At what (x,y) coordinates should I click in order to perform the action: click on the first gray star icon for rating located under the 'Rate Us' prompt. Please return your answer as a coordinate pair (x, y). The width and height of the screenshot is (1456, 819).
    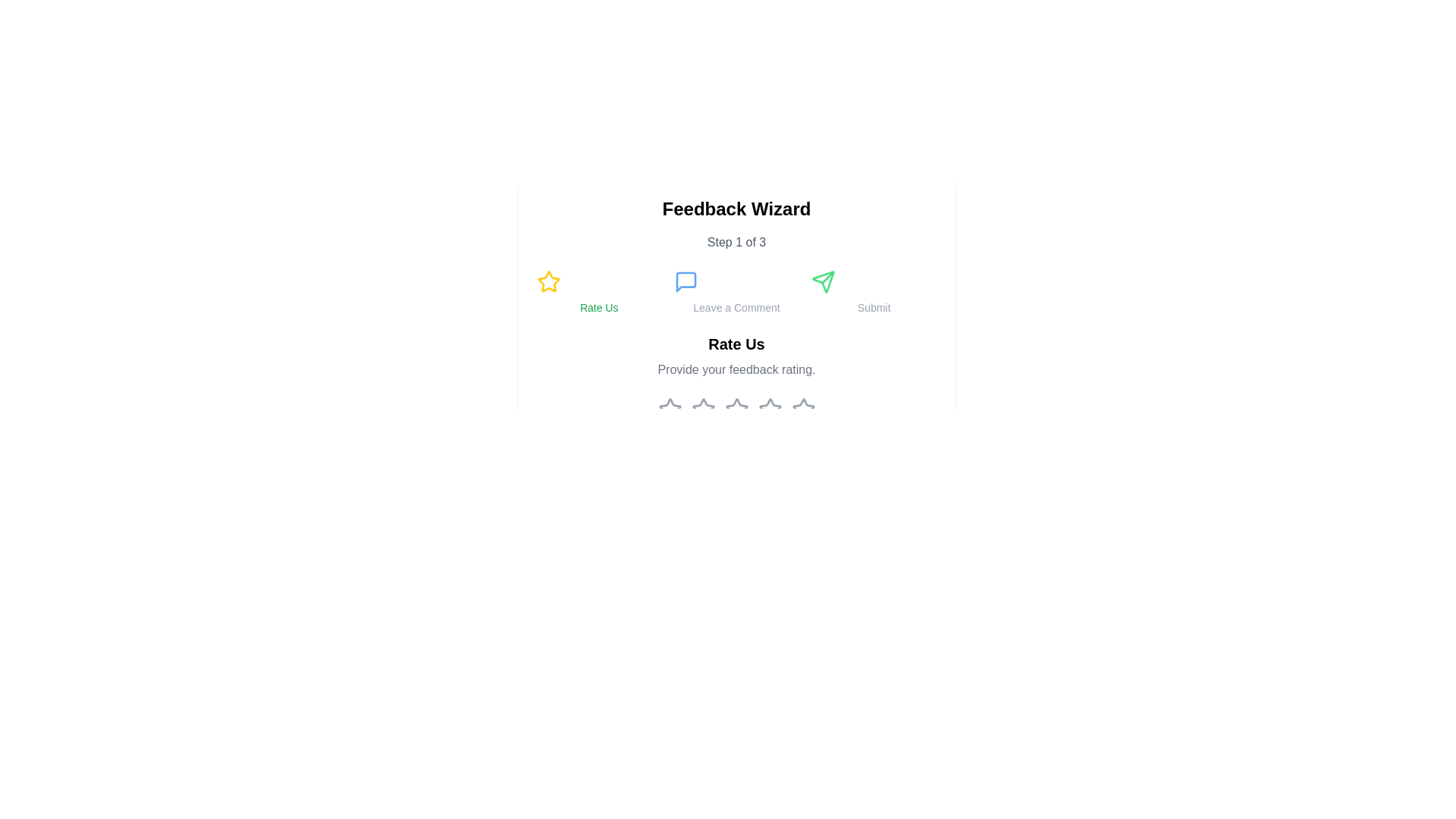
    Looking at the image, I should click on (669, 409).